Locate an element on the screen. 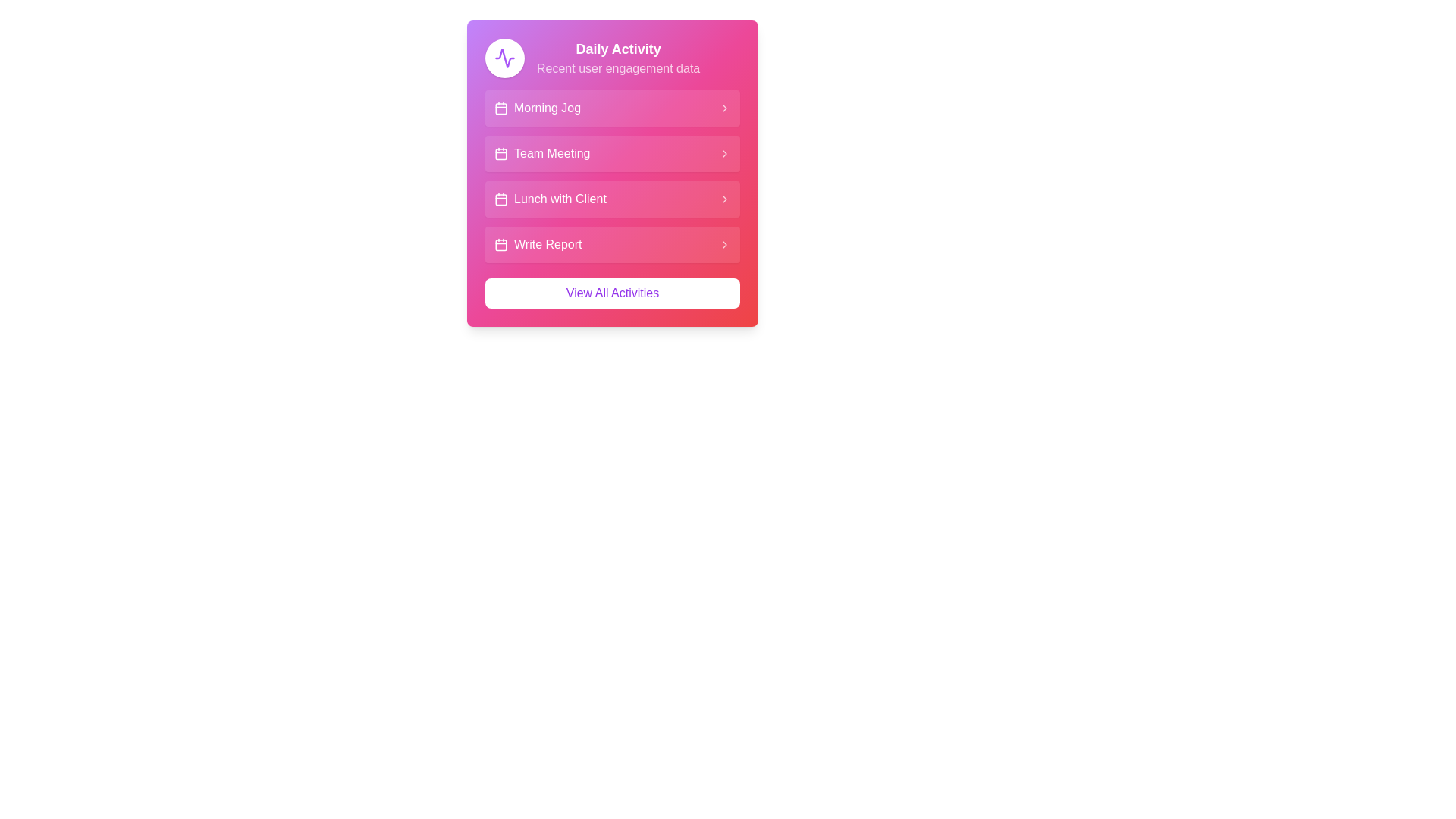  the 'Morning Jog' text label, which is displayed in white font against a pink background, located within the 'Daily Activity' section at the top center of the layout is located at coordinates (547, 107).